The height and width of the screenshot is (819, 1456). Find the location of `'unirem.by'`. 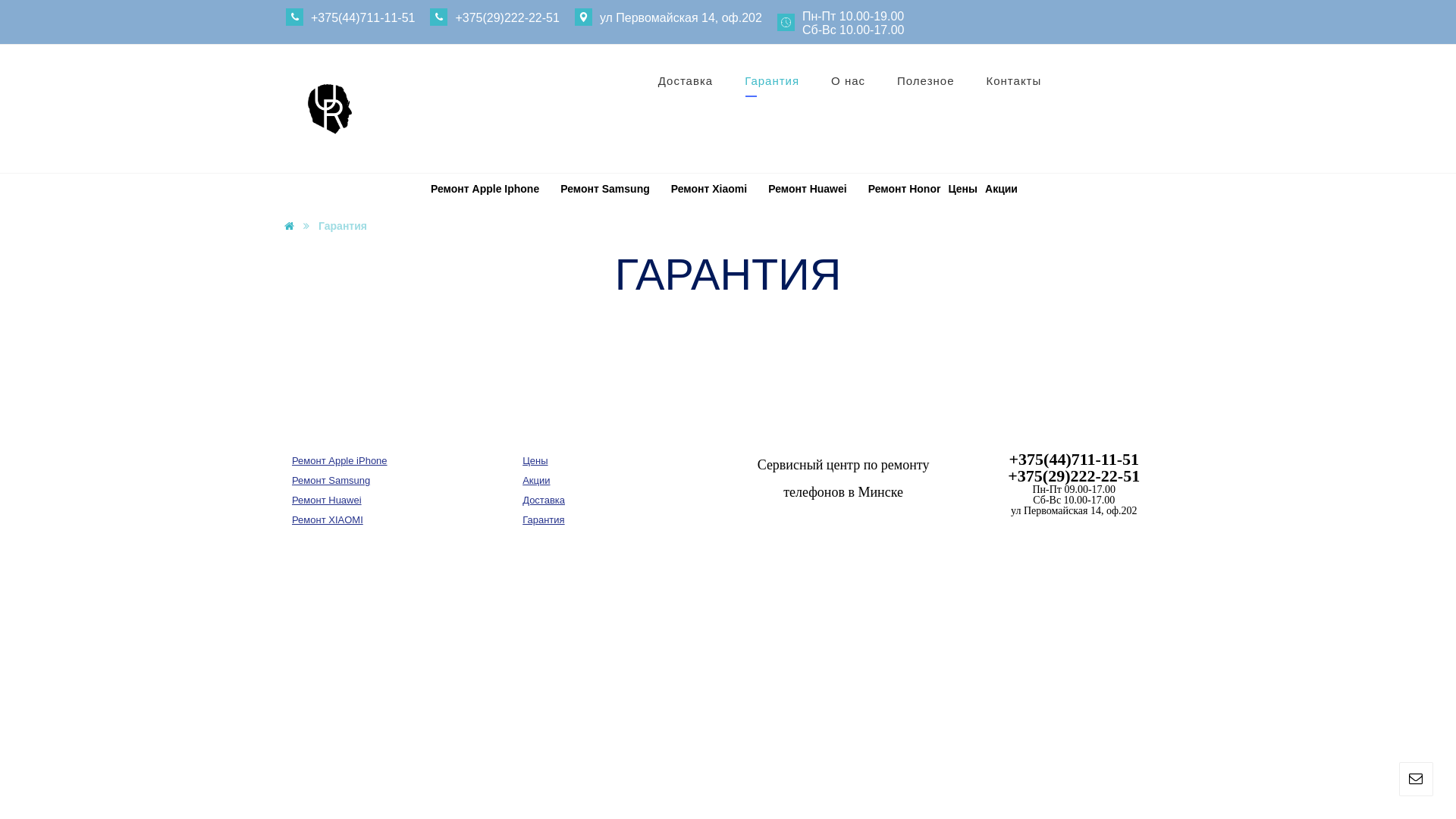

'unirem.by' is located at coordinates (329, 107).